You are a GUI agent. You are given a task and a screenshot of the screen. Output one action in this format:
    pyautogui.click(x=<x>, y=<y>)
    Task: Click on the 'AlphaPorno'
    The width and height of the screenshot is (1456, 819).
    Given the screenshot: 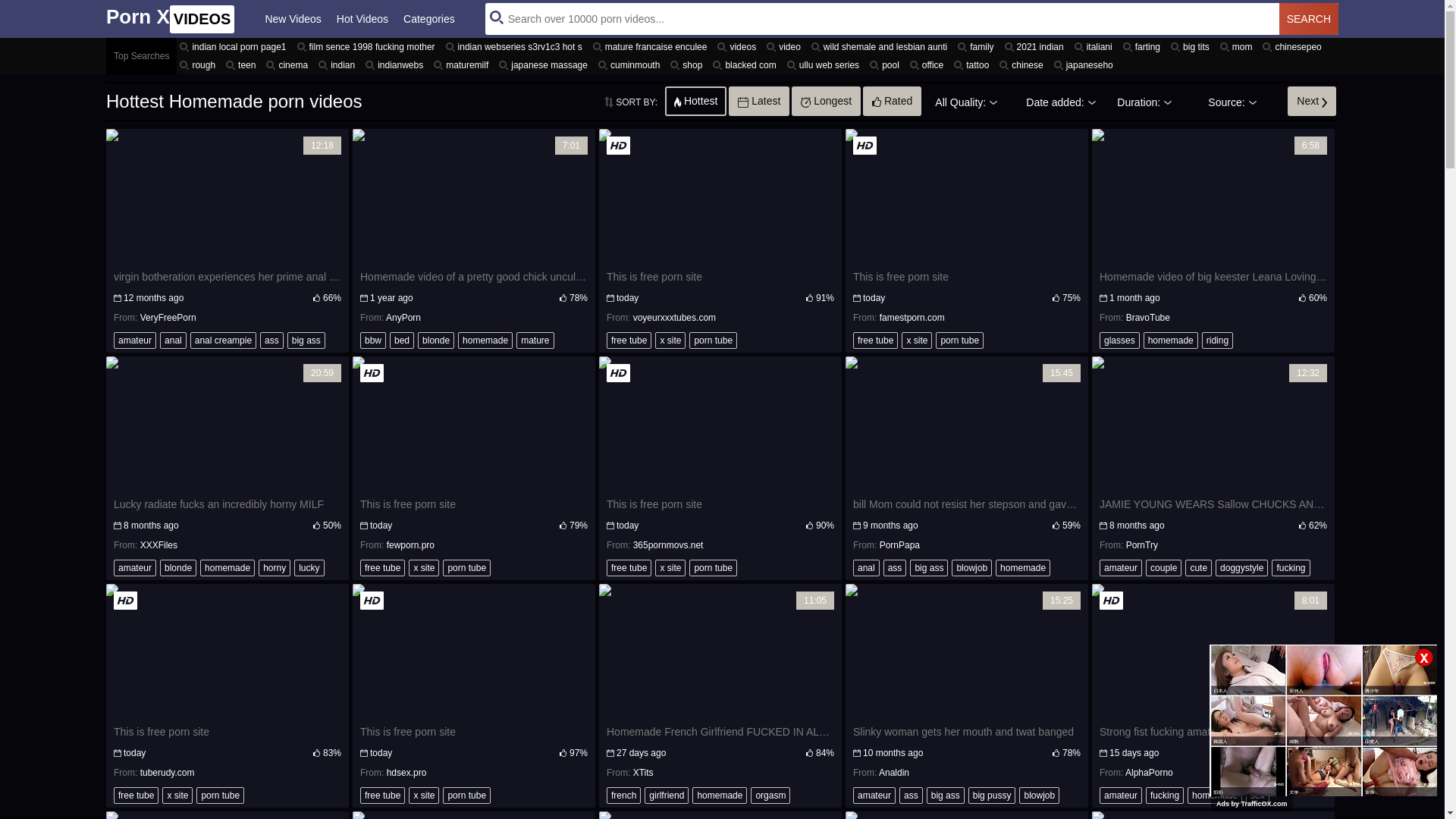 What is the action you would take?
    pyautogui.click(x=1149, y=772)
    